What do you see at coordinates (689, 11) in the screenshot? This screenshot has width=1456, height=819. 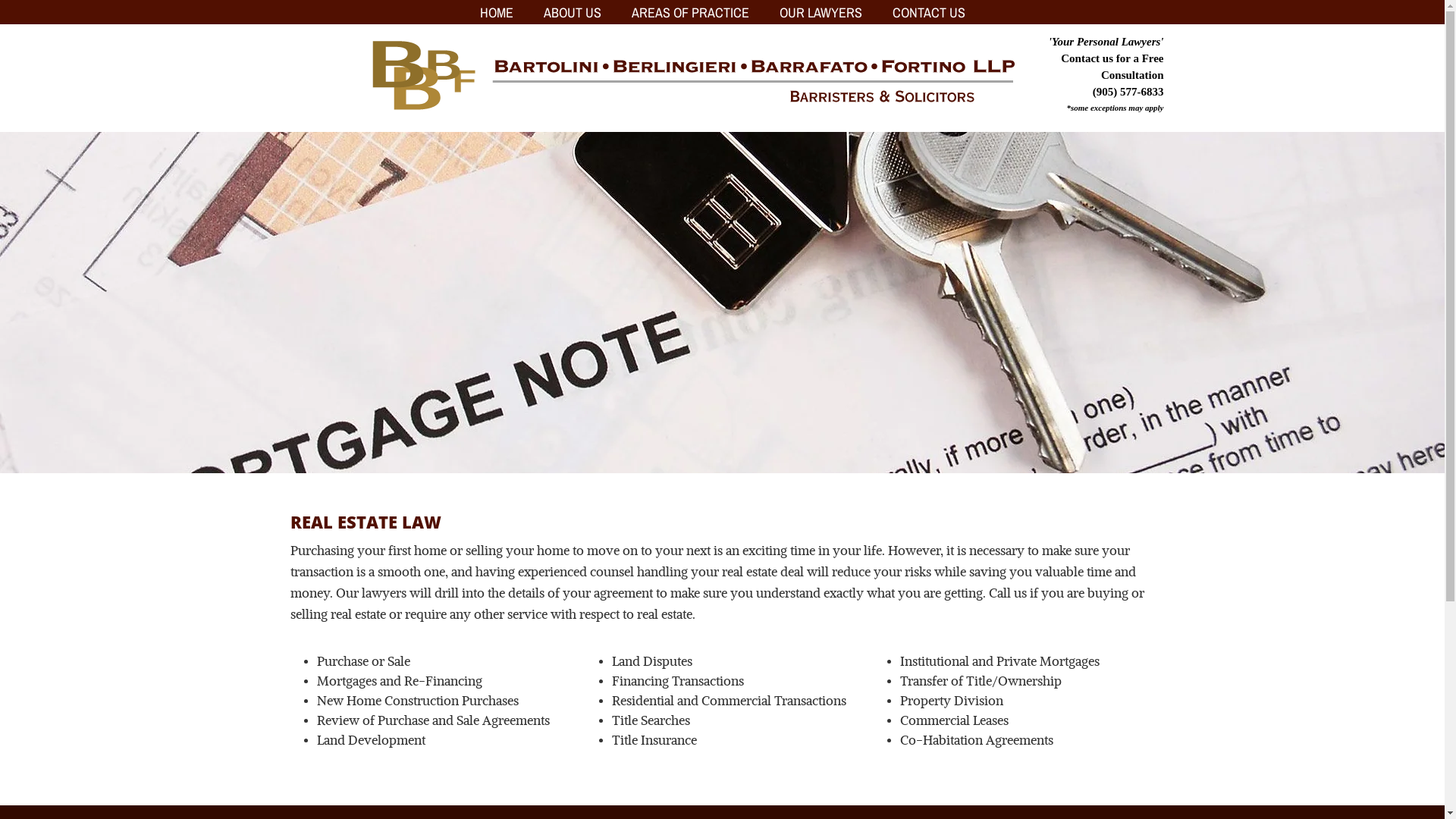 I see `'AREAS OF PRACTICE'` at bounding box center [689, 11].